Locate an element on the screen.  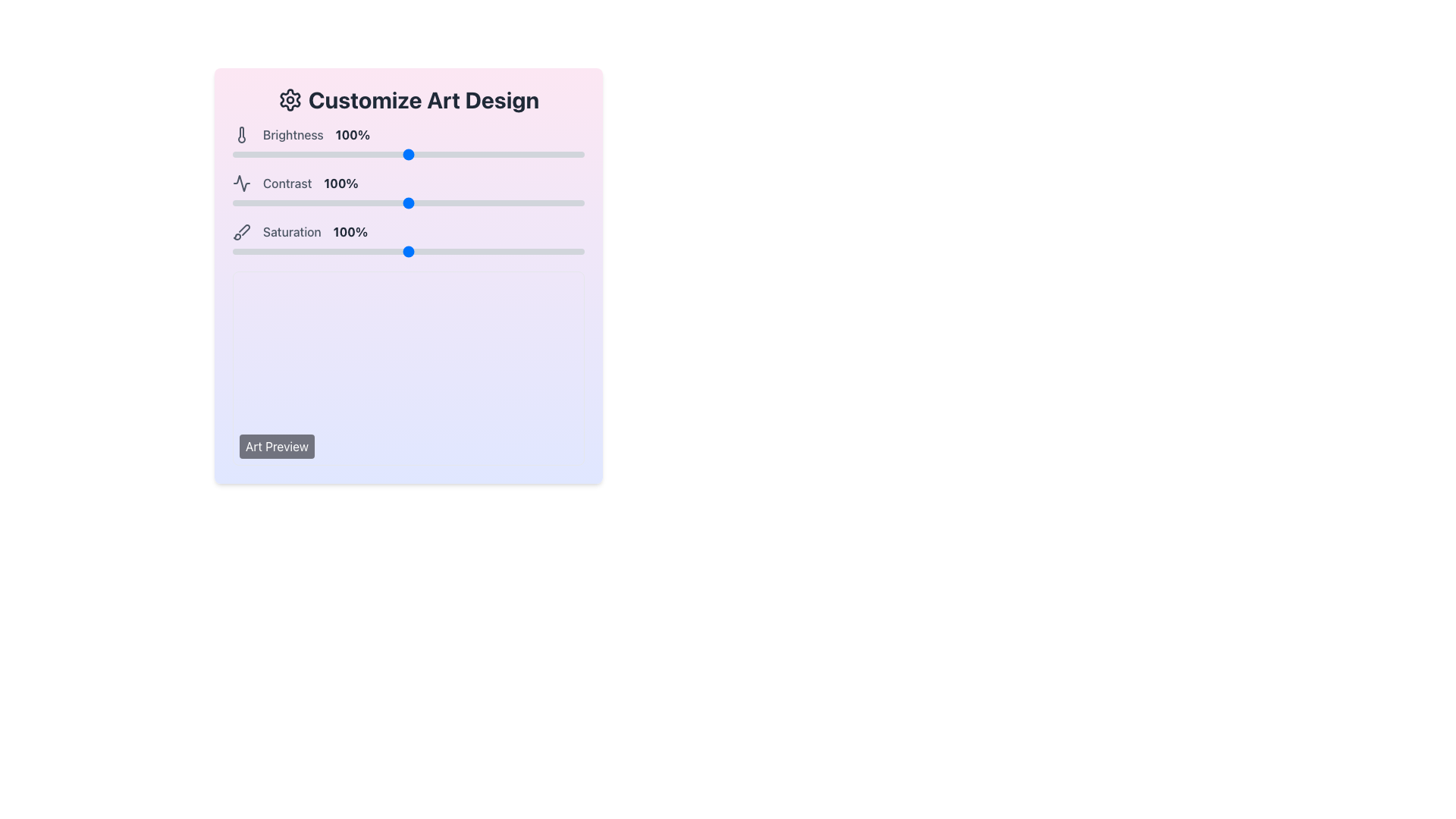
the saturation level is located at coordinates (491, 250).